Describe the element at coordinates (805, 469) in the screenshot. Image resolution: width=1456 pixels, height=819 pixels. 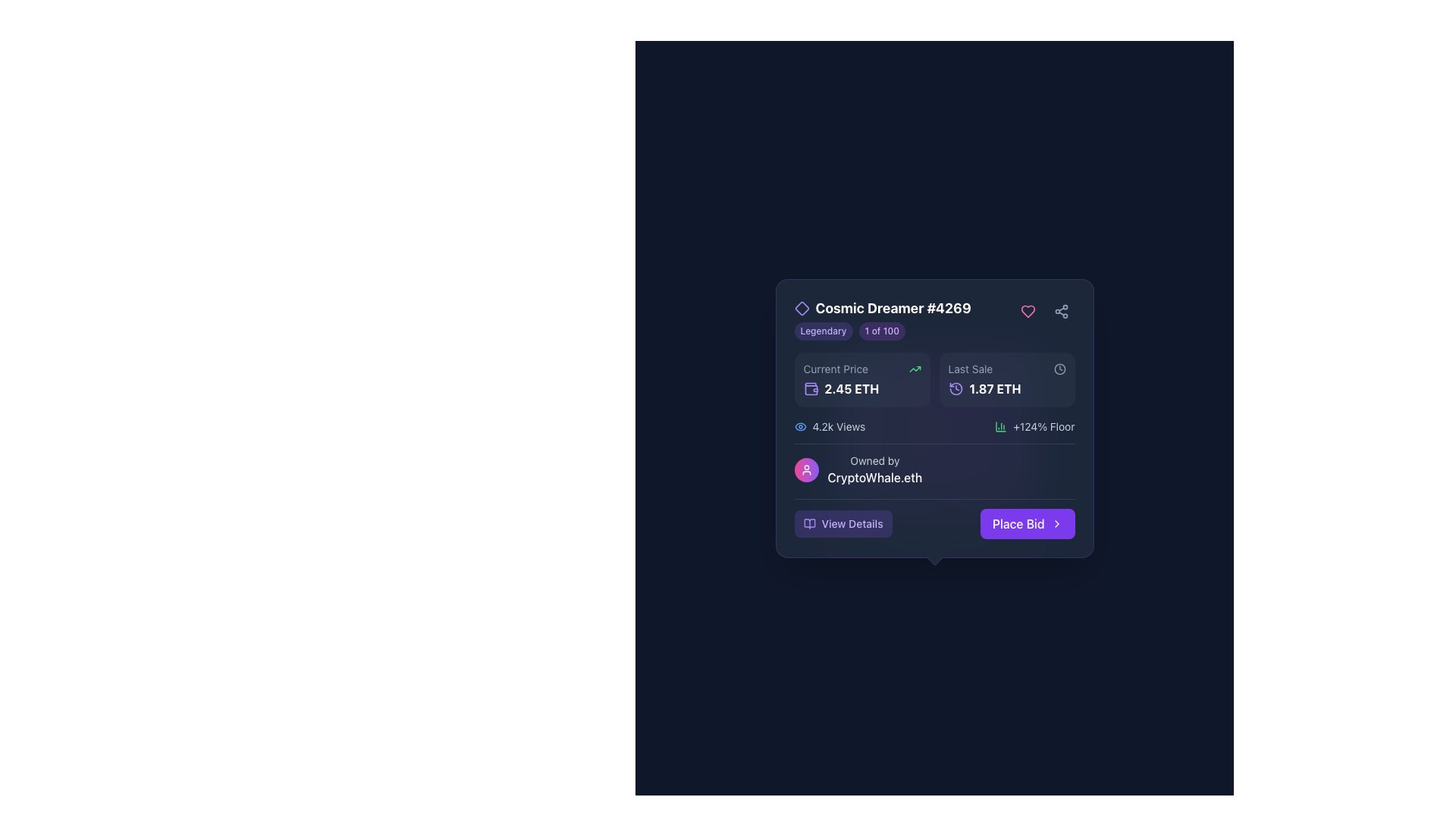
I see `the owner icon located to the left of the text 'Owned by CryptoWhale.eth' for additional details` at that location.